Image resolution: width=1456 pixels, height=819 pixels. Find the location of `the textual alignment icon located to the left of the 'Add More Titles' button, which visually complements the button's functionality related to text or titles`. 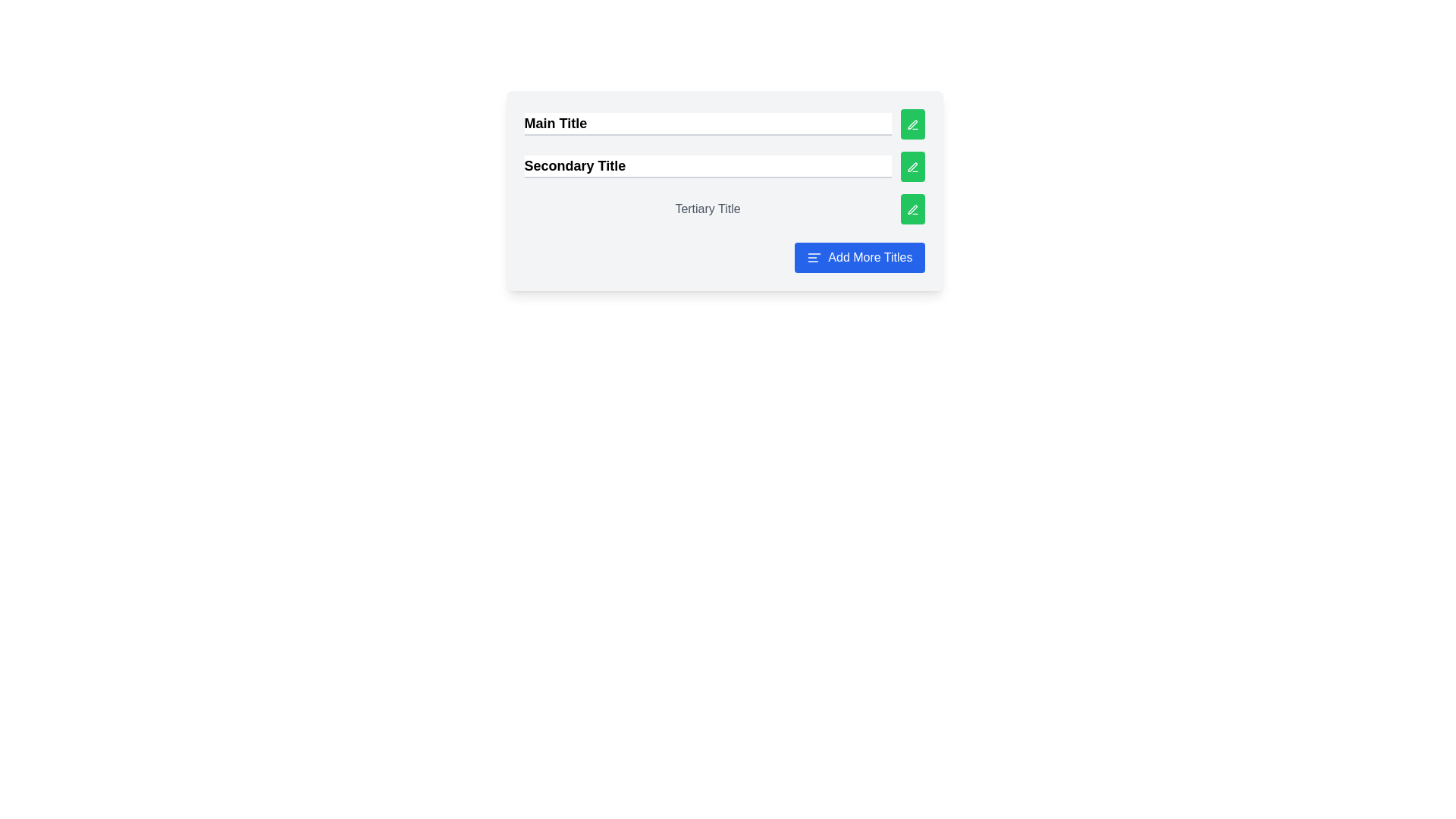

the textual alignment icon located to the left of the 'Add More Titles' button, which visually complements the button's functionality related to text or titles is located at coordinates (814, 256).